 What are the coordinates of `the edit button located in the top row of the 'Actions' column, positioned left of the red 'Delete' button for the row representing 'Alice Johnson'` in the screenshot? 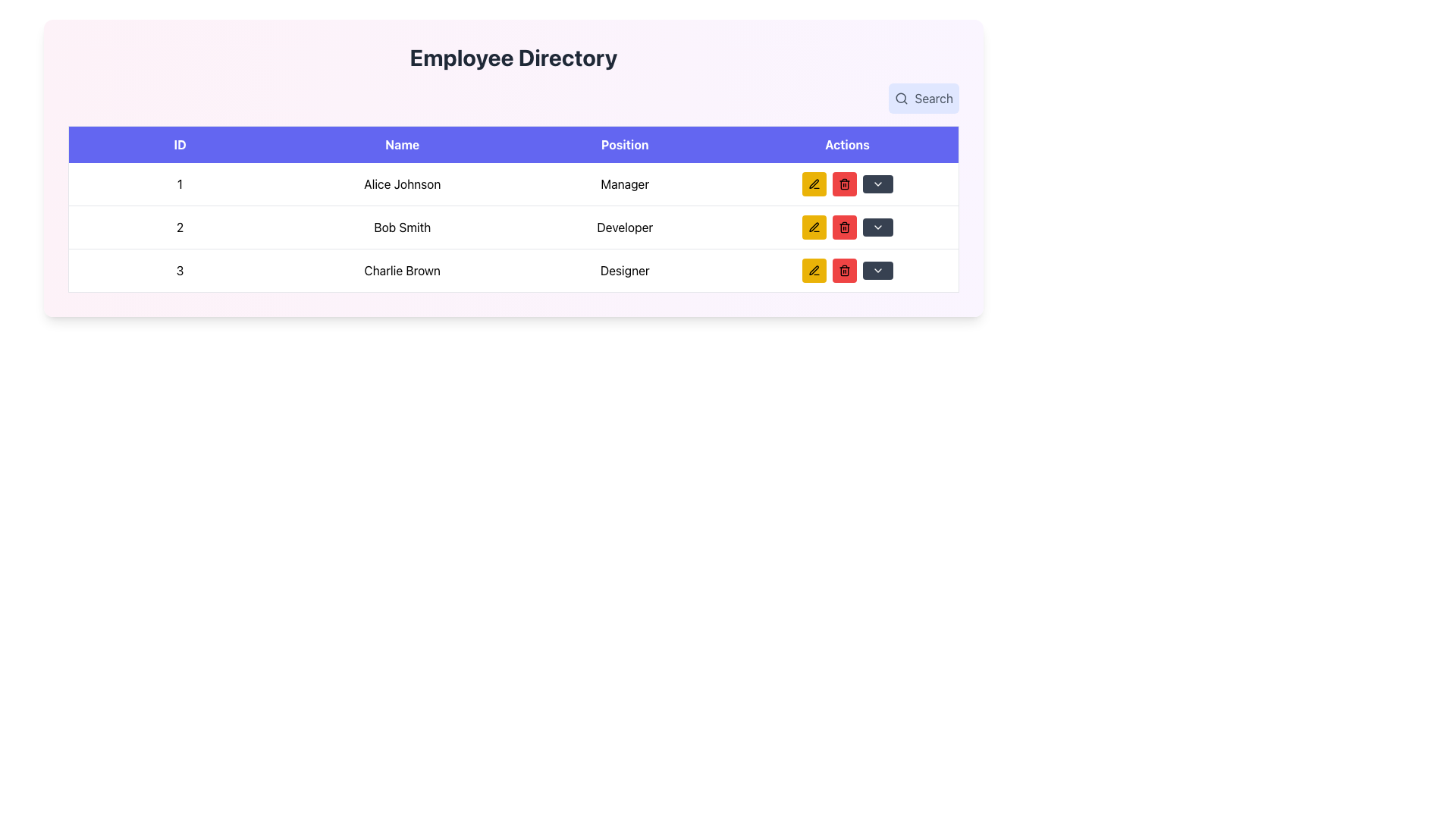 It's located at (813, 184).